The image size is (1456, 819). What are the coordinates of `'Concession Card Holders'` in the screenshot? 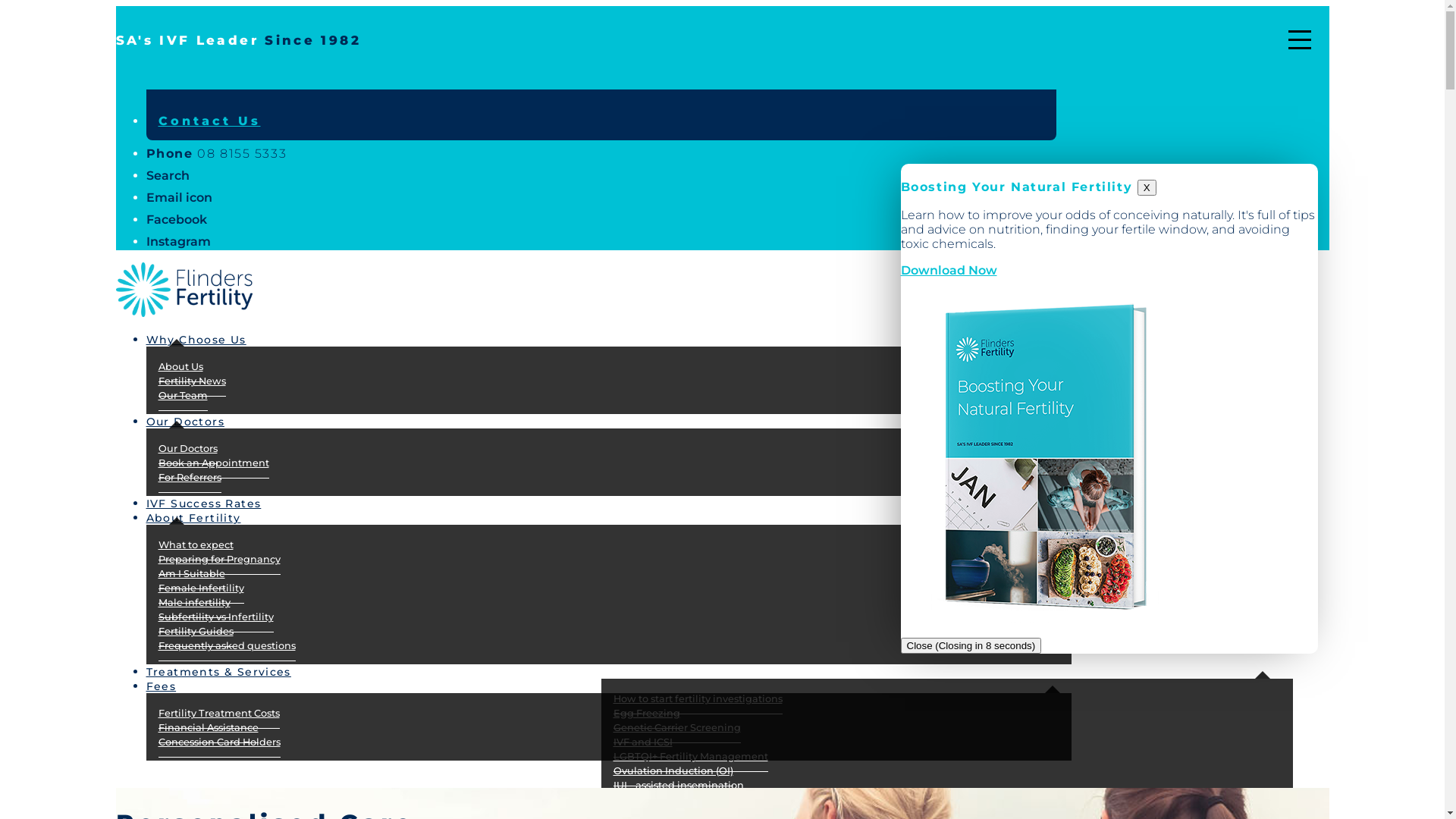 It's located at (218, 742).